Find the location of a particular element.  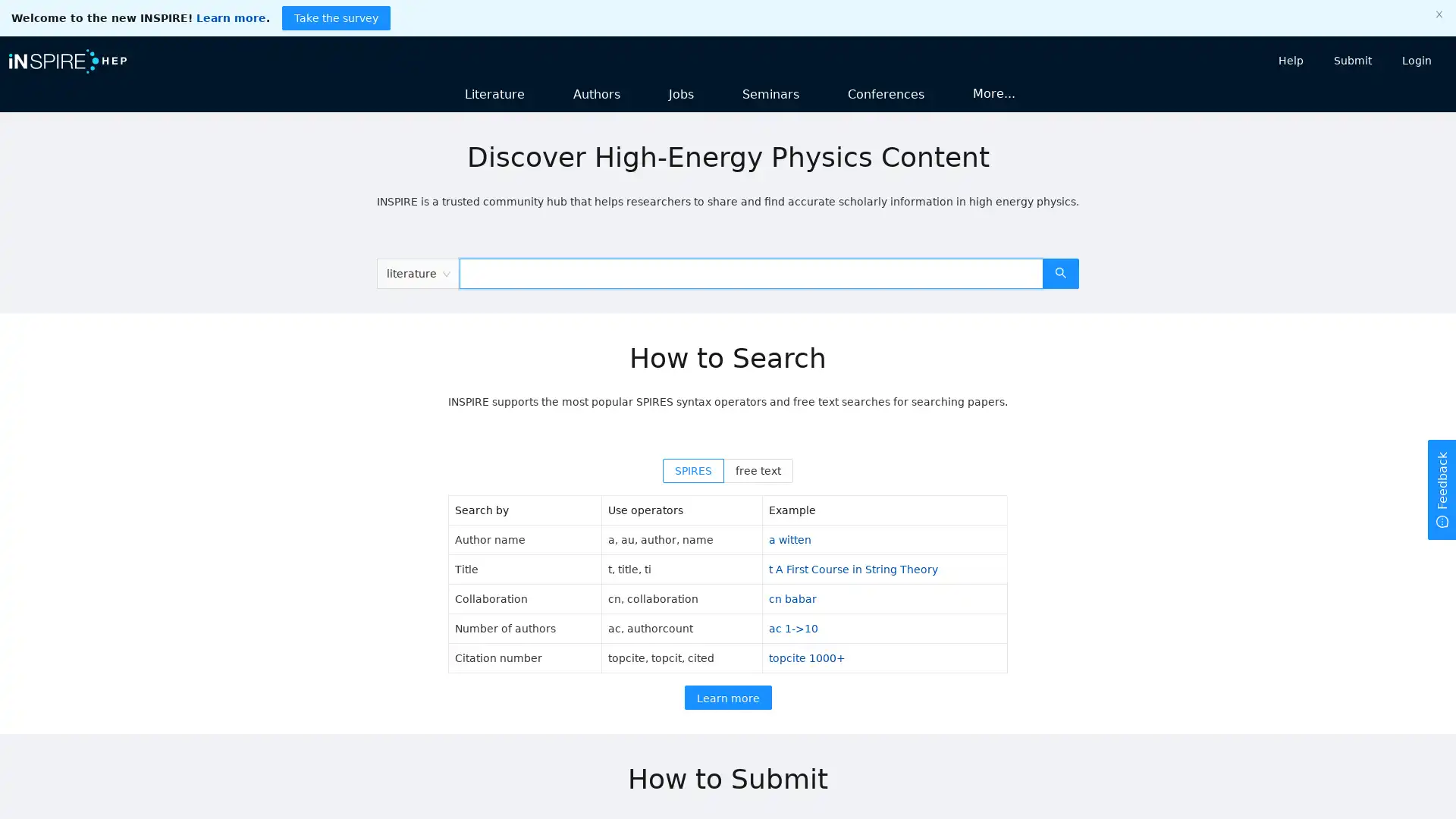

close is located at coordinates (1438, 14).